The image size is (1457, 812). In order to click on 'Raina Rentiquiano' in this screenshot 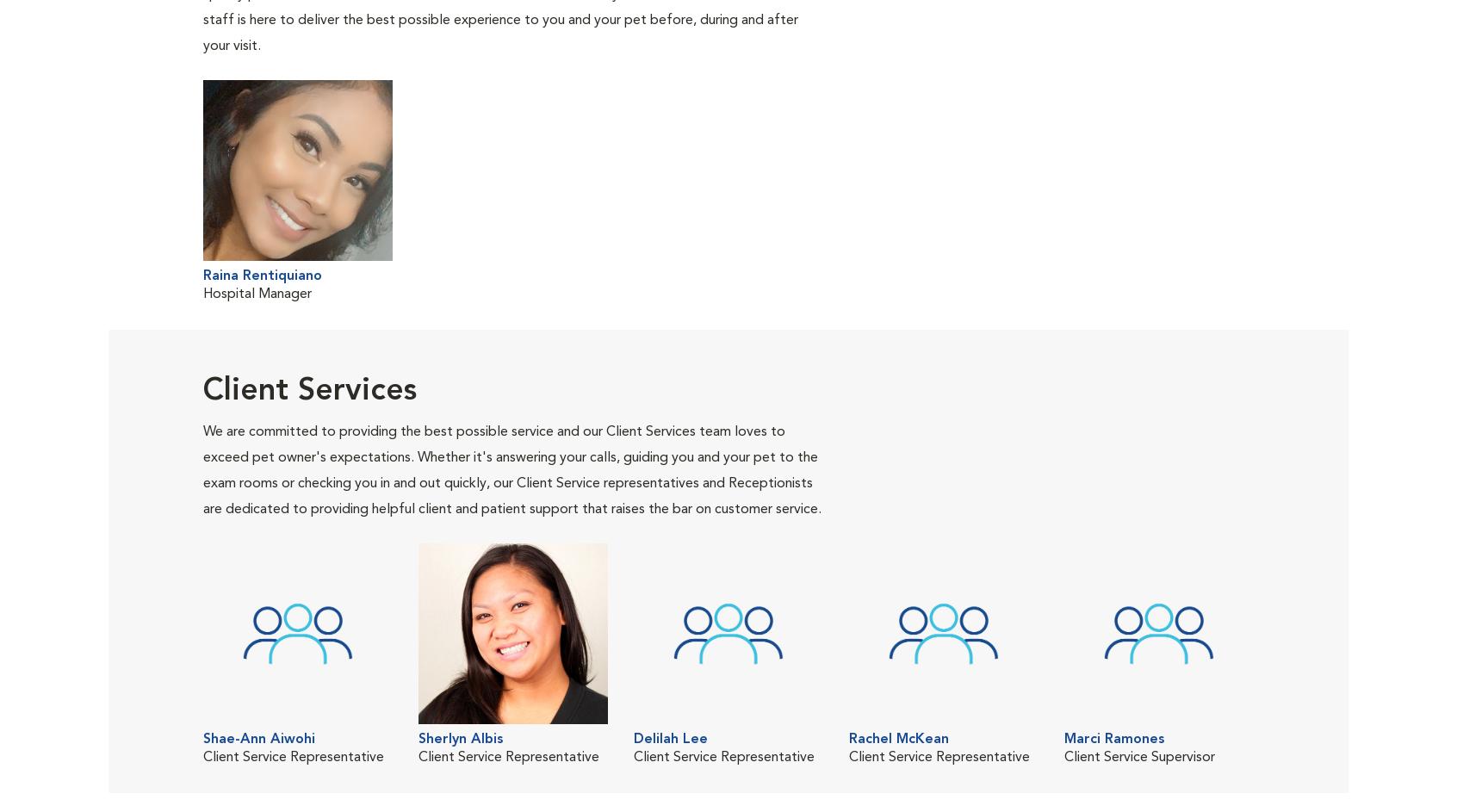, I will do `click(262, 276)`.